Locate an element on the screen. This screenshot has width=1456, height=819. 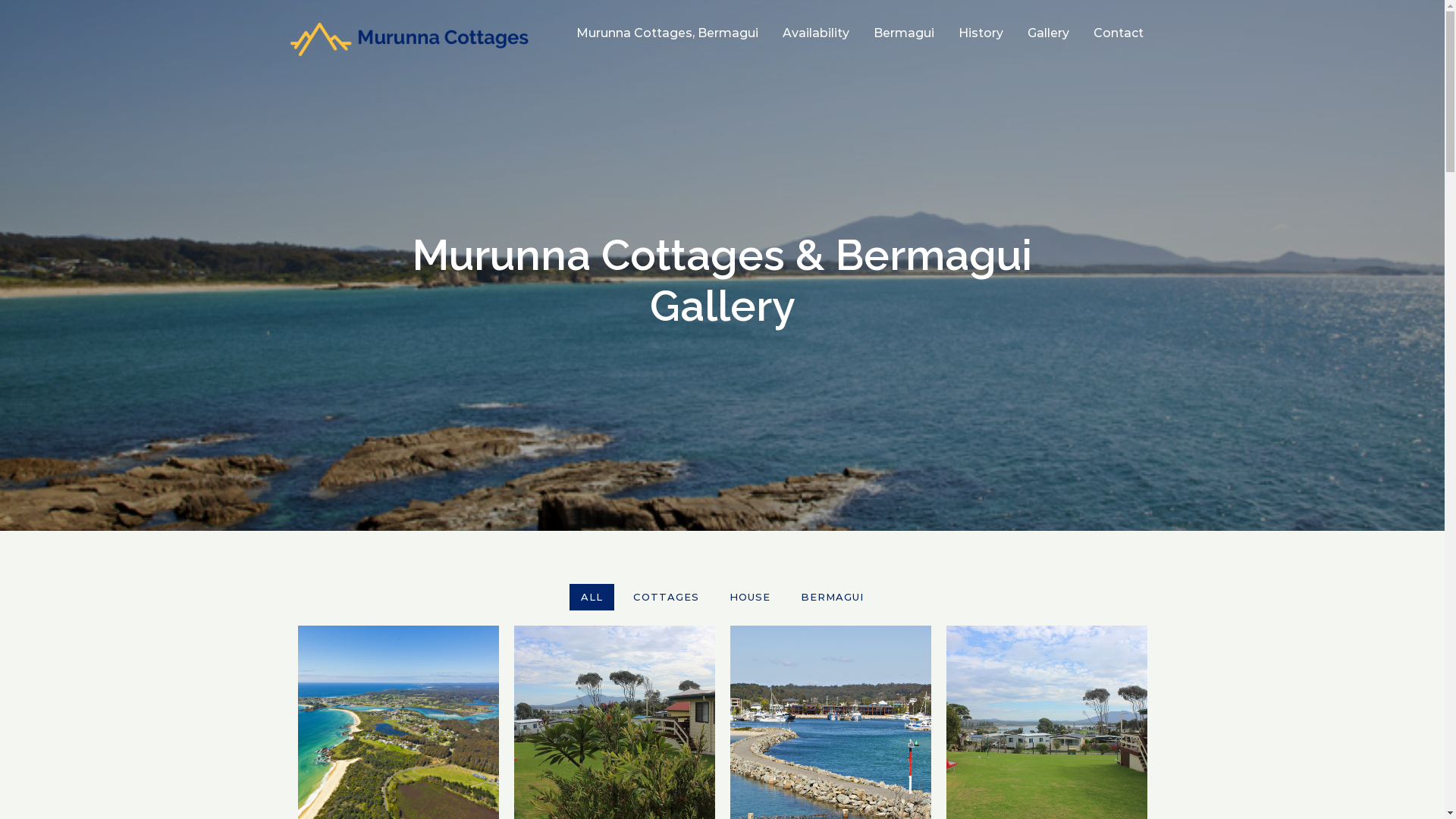
'Bermagui' is located at coordinates (903, 33).